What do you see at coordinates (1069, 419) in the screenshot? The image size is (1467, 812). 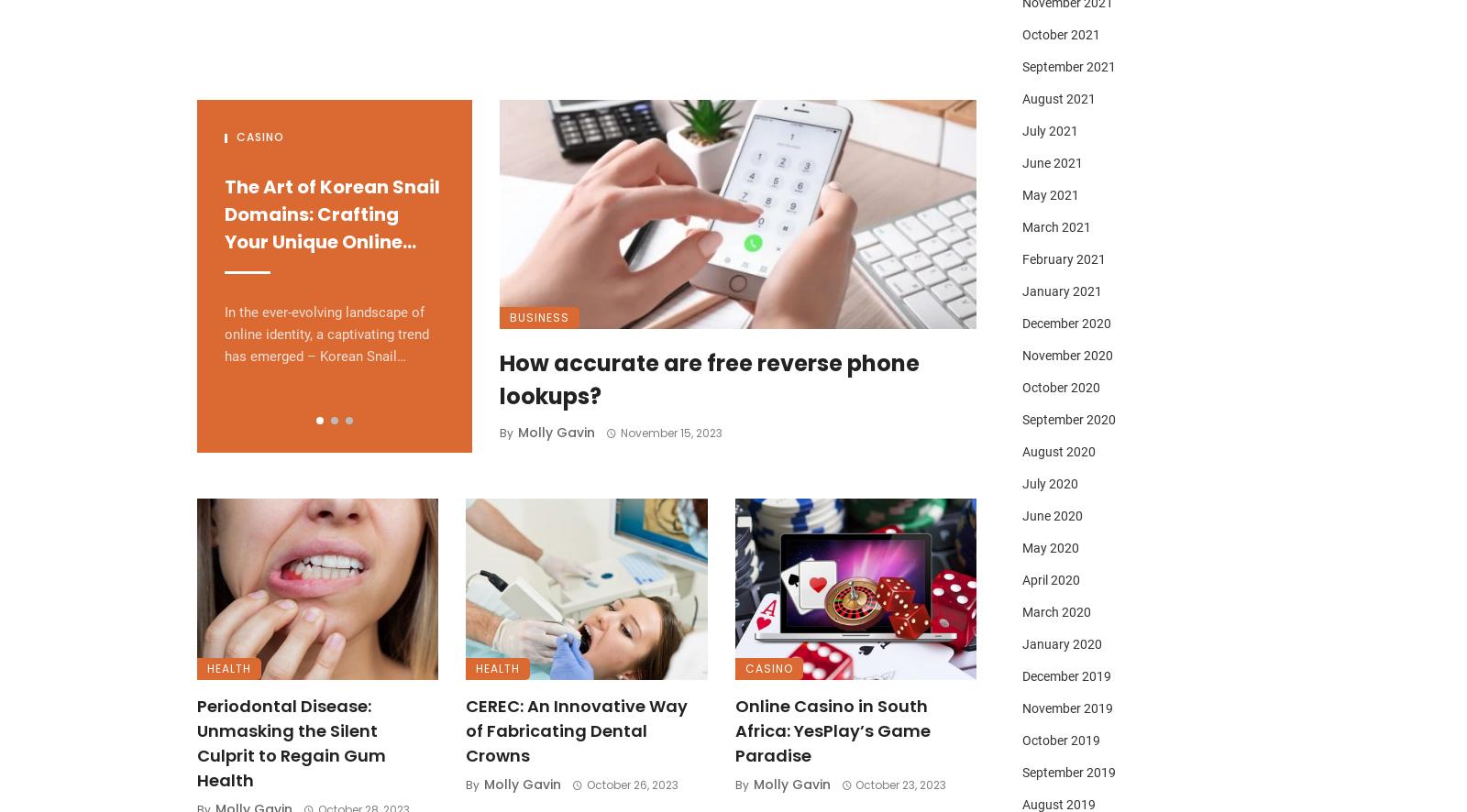 I see `'September 2020'` at bounding box center [1069, 419].